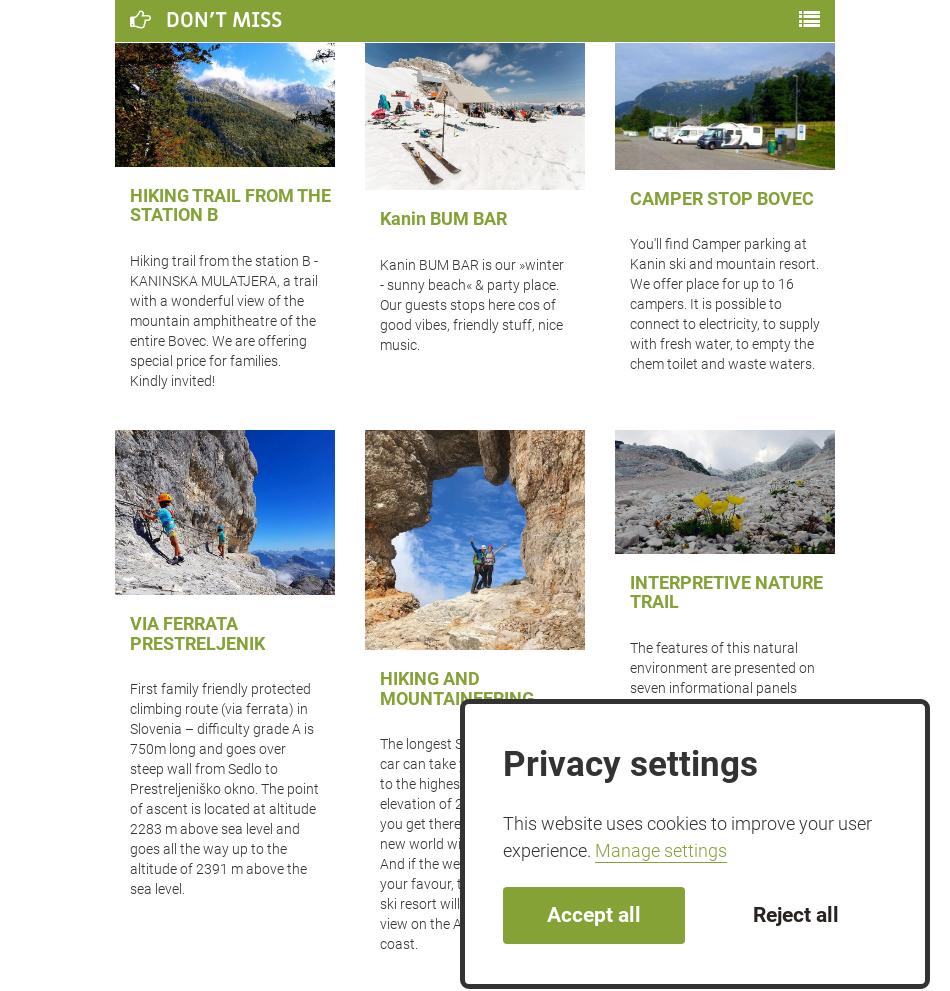  I want to click on 'Hiking trail from the station B - KANINSKA MULATJERA, a trail with a wonderful view of the mountain amphitheatre of the entire Bovec. We are offering special price for families.
Kindly invited!', so click(224, 319).